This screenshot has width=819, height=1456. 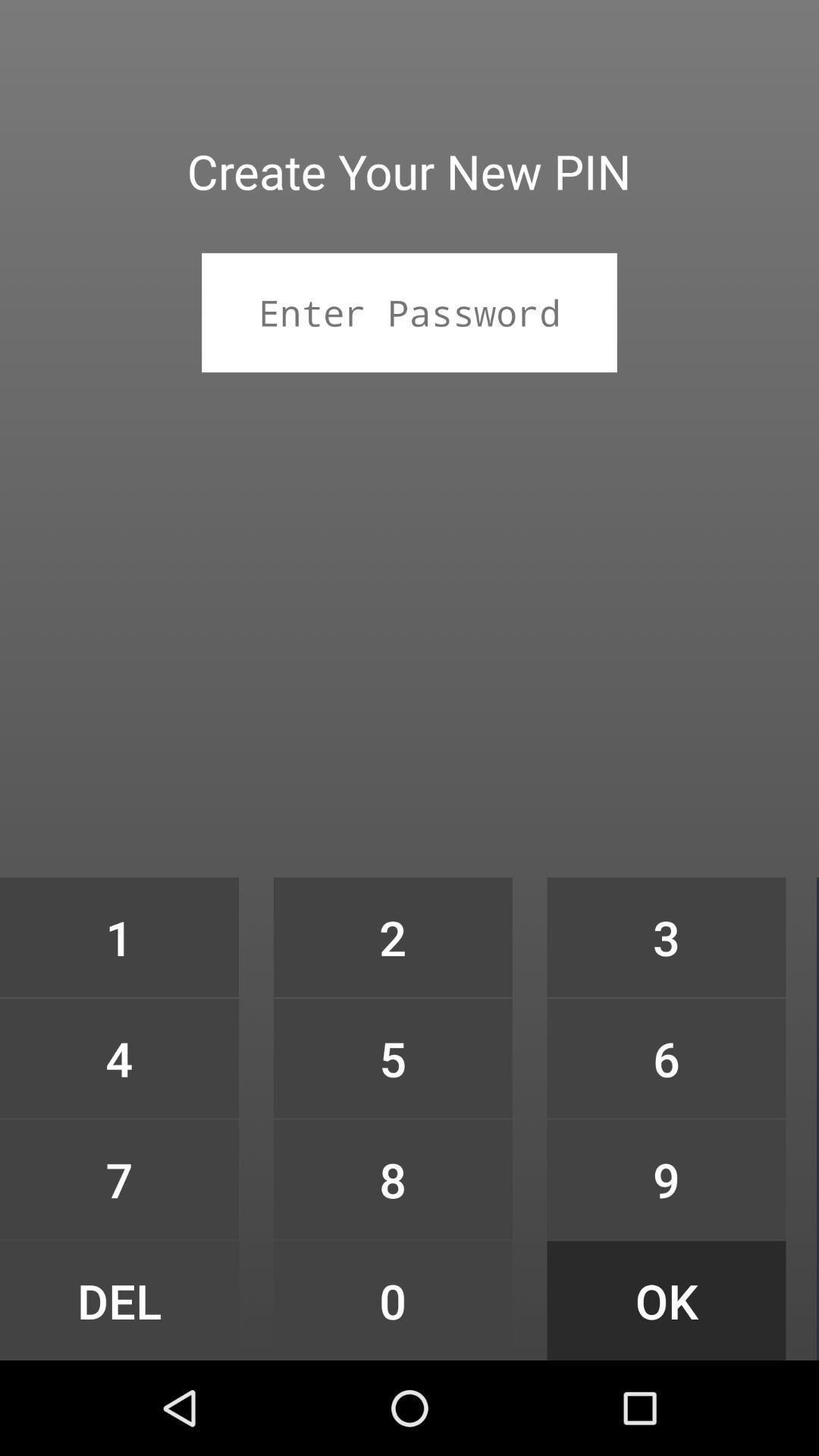 What do you see at coordinates (118, 1300) in the screenshot?
I see `the icon below the 7 item` at bounding box center [118, 1300].